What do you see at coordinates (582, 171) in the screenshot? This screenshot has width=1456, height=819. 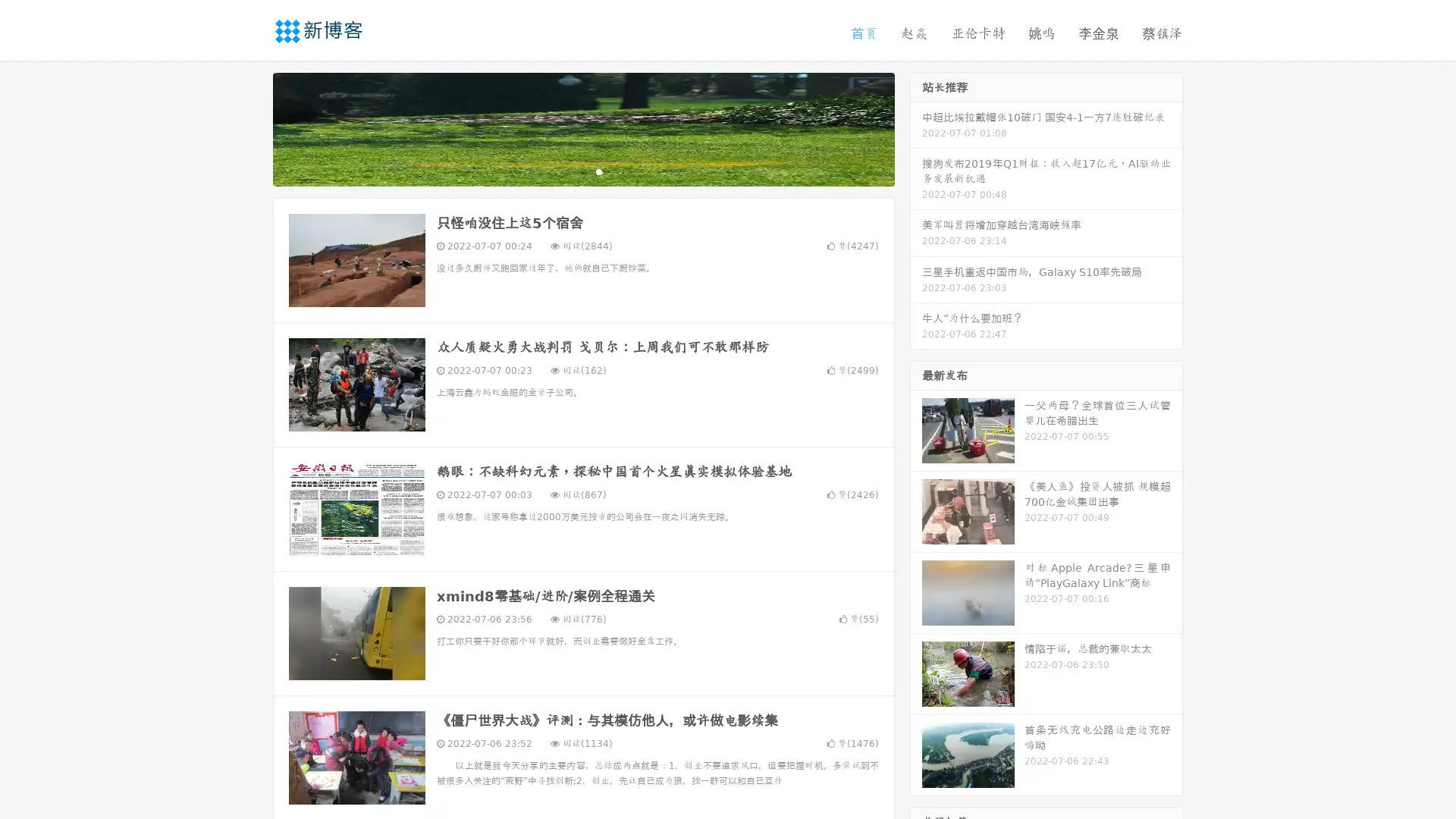 I see `Go to slide 2` at bounding box center [582, 171].